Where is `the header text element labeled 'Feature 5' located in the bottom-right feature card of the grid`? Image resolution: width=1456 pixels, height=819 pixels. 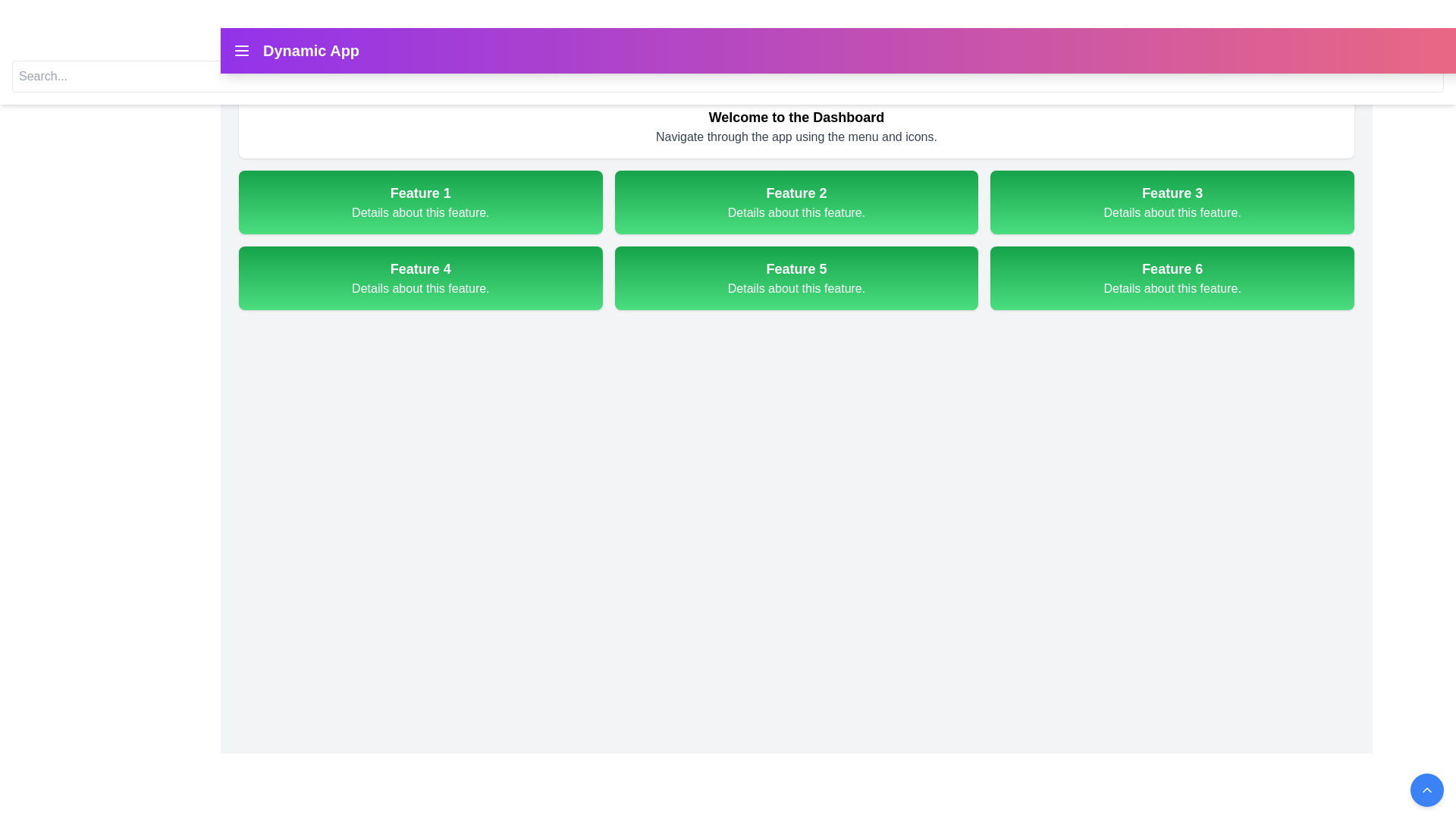
the header text element labeled 'Feature 5' located in the bottom-right feature card of the grid is located at coordinates (795, 268).